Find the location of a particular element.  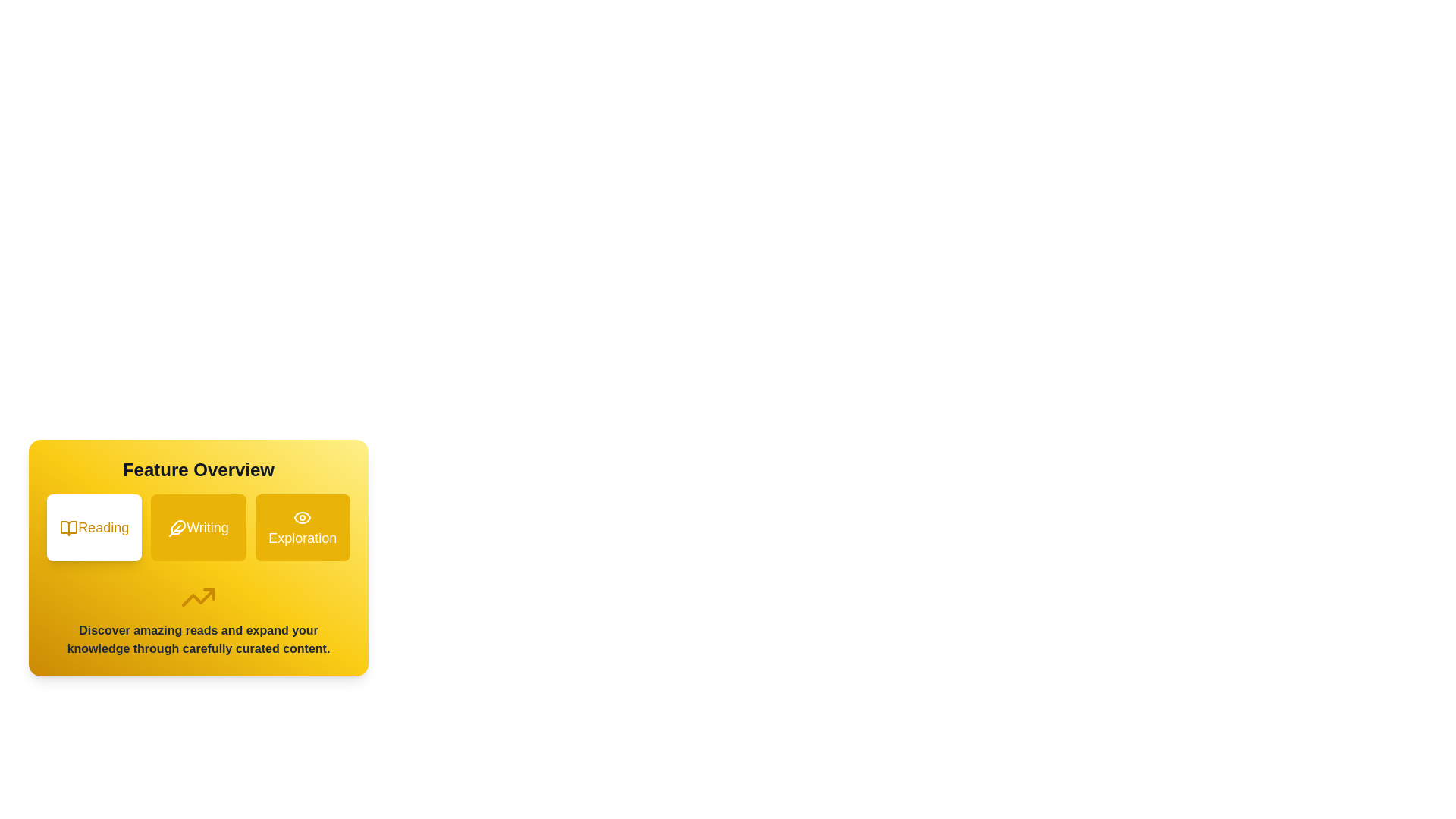

the 'Writing' button, which is the second button in a group of three, located centrally between the 'Reading' button and the 'Exploration' button is located at coordinates (198, 526).